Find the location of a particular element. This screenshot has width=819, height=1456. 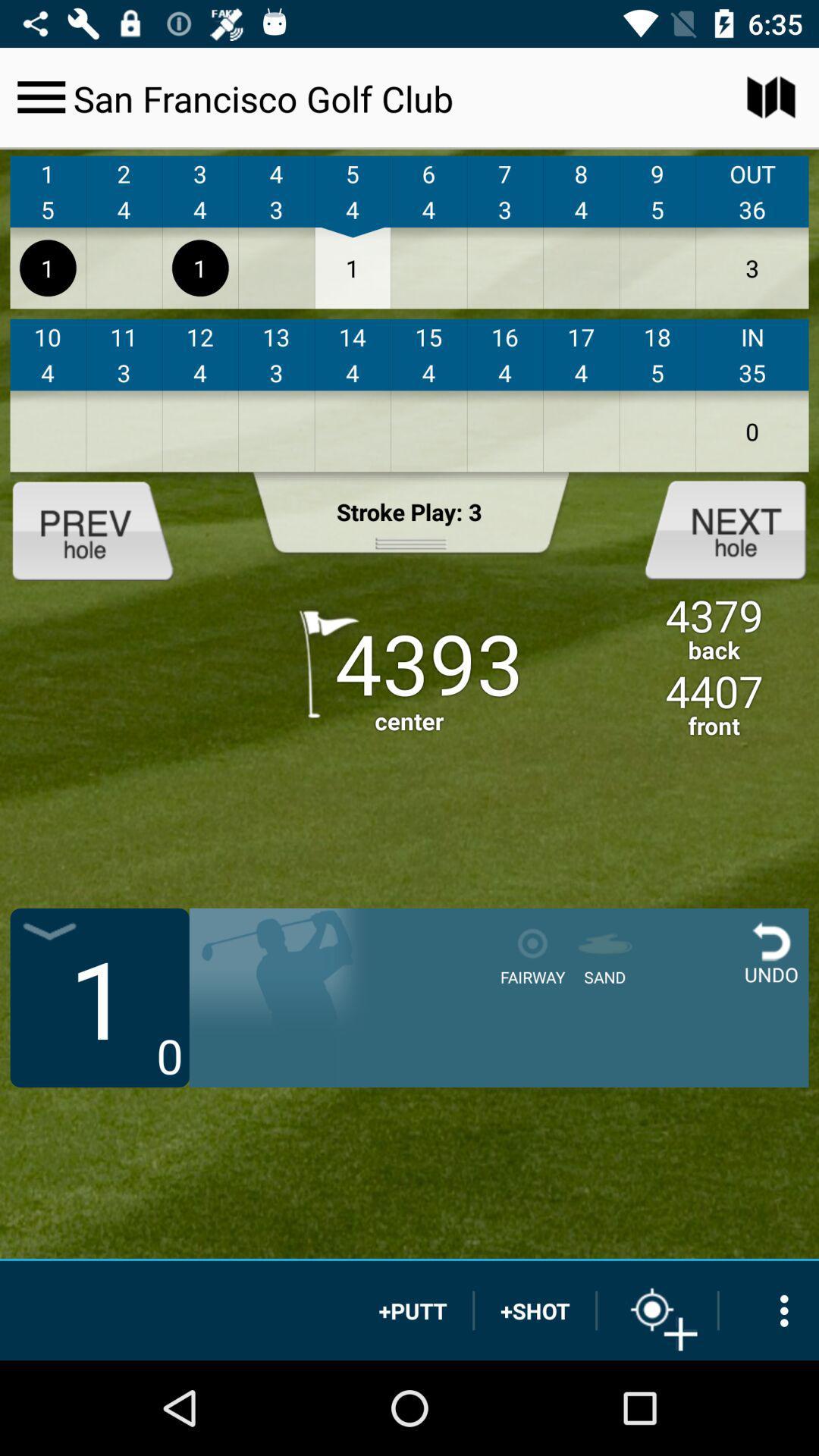

previous is located at coordinates (105, 529).